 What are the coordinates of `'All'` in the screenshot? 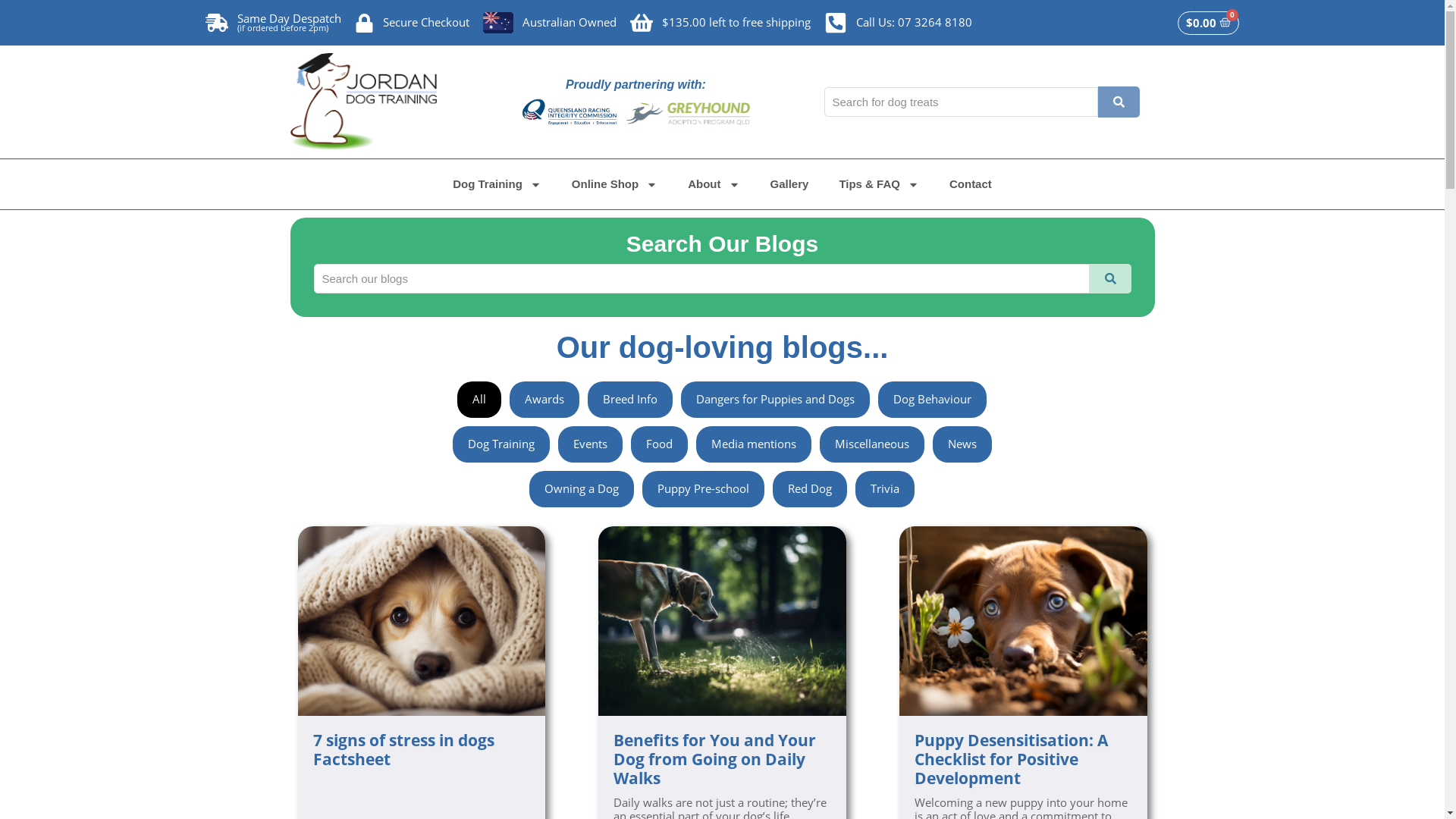 It's located at (479, 399).